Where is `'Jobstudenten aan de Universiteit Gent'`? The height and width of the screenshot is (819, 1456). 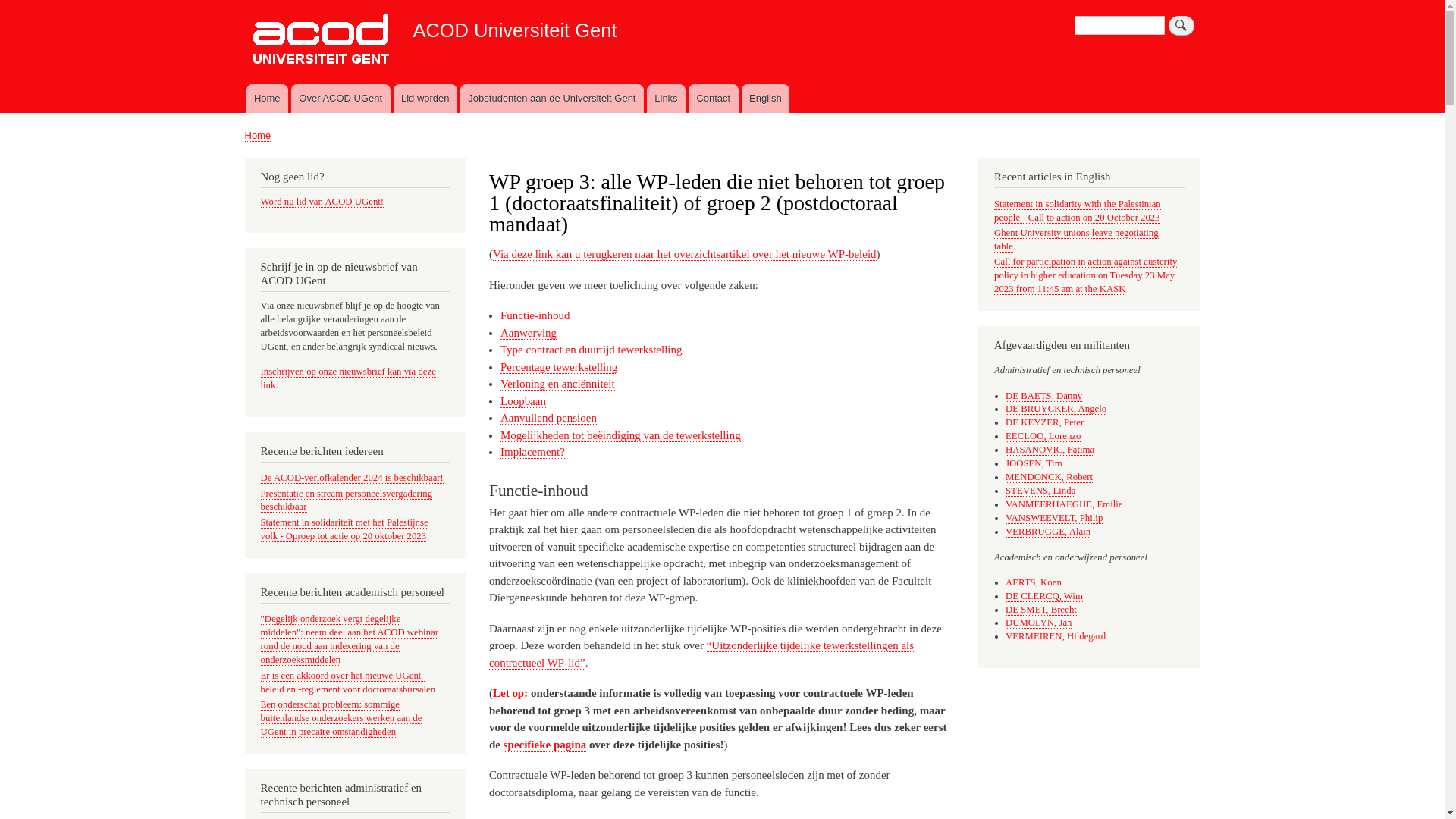
'Jobstudenten aan de Universiteit Gent' is located at coordinates (459, 99).